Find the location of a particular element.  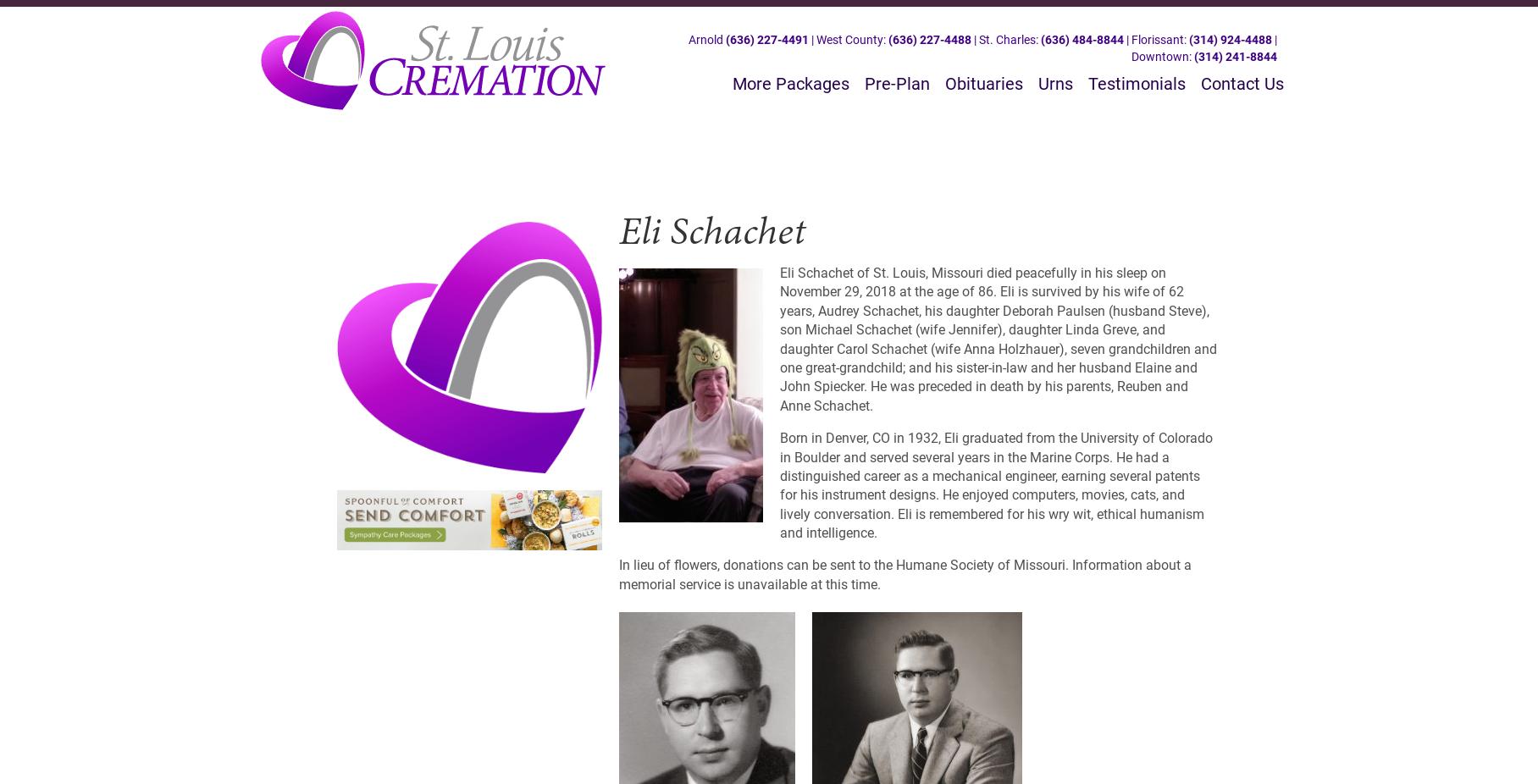

'Eli Schachet of St. Louis, Missouri died peacefully in his sleep on November 29, 2018 at the age of 86.' is located at coordinates (971, 282).